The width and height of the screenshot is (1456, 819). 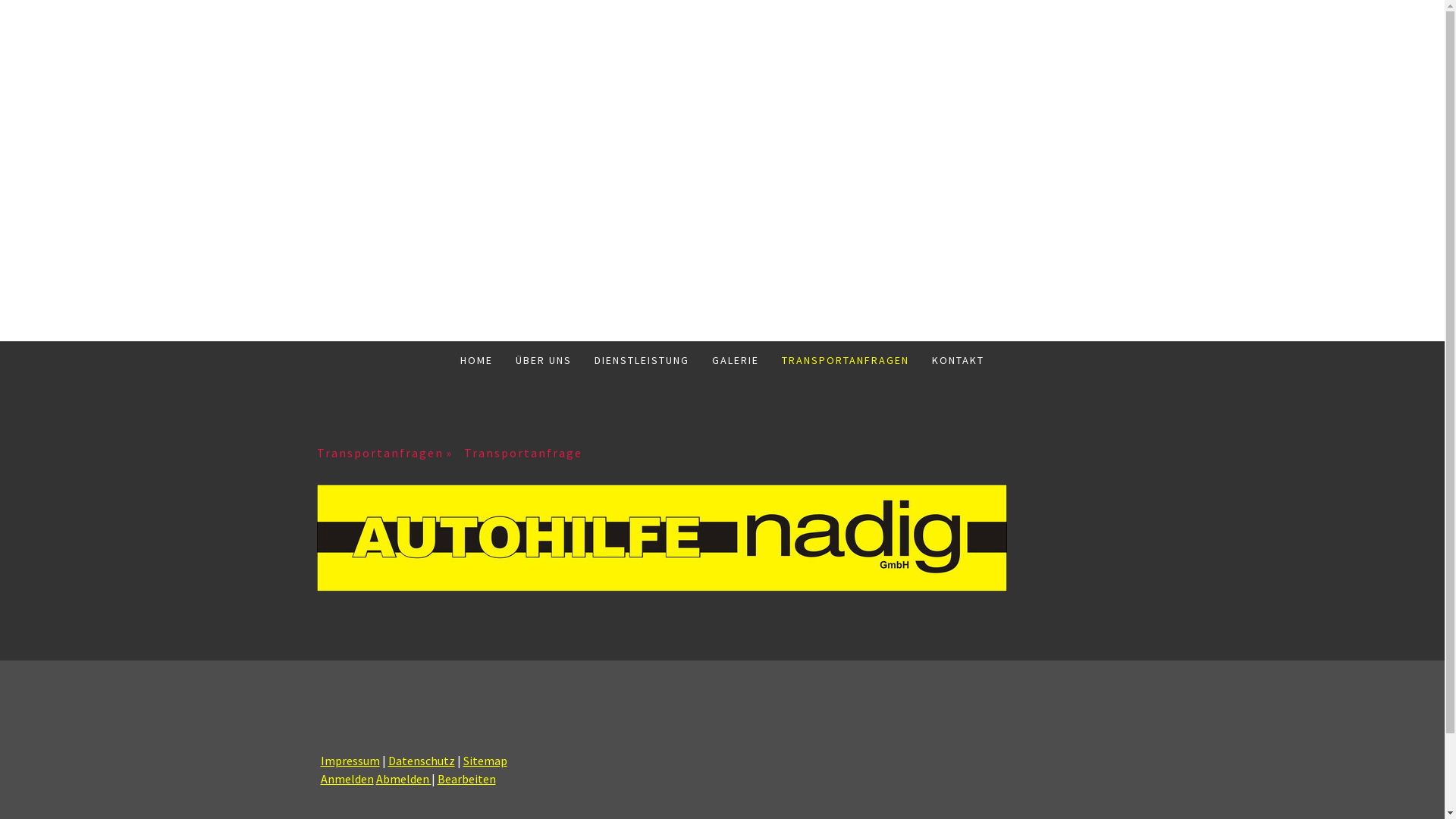 I want to click on 'Transportanfragen', so click(x=390, y=452).